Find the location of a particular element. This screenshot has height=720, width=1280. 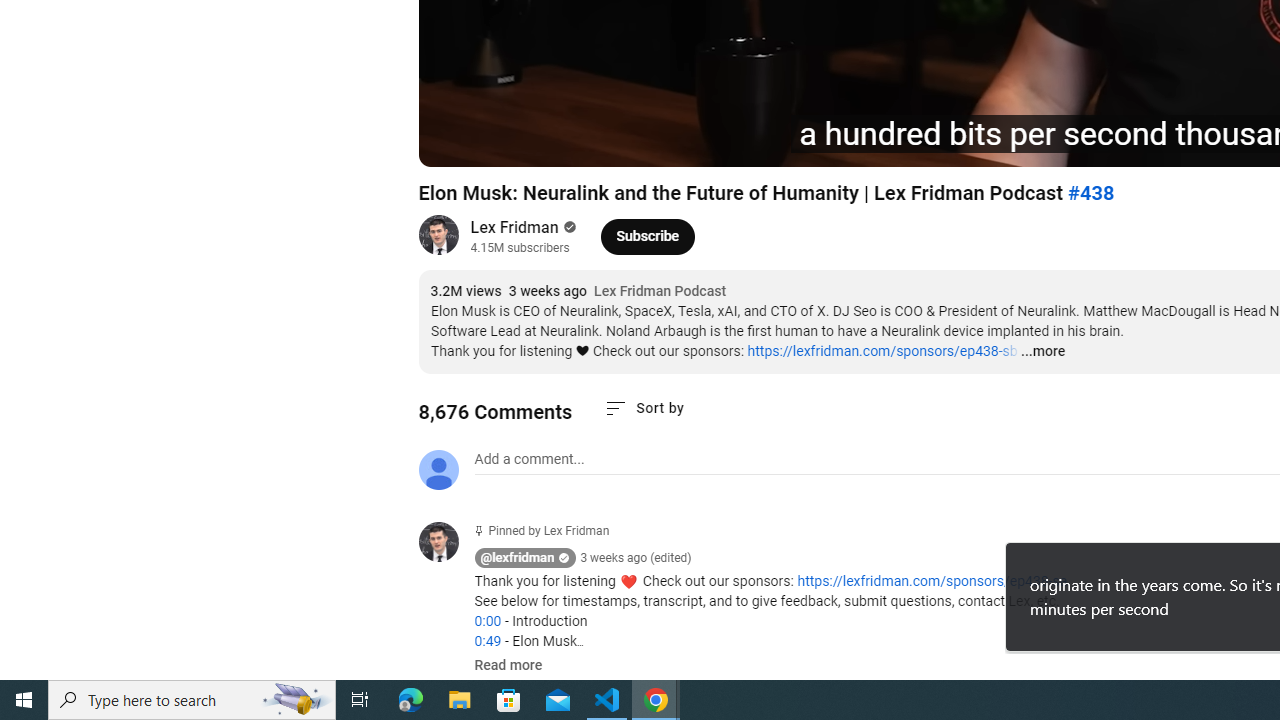

'3 weeks ago (edited)' is located at coordinates (635, 558).